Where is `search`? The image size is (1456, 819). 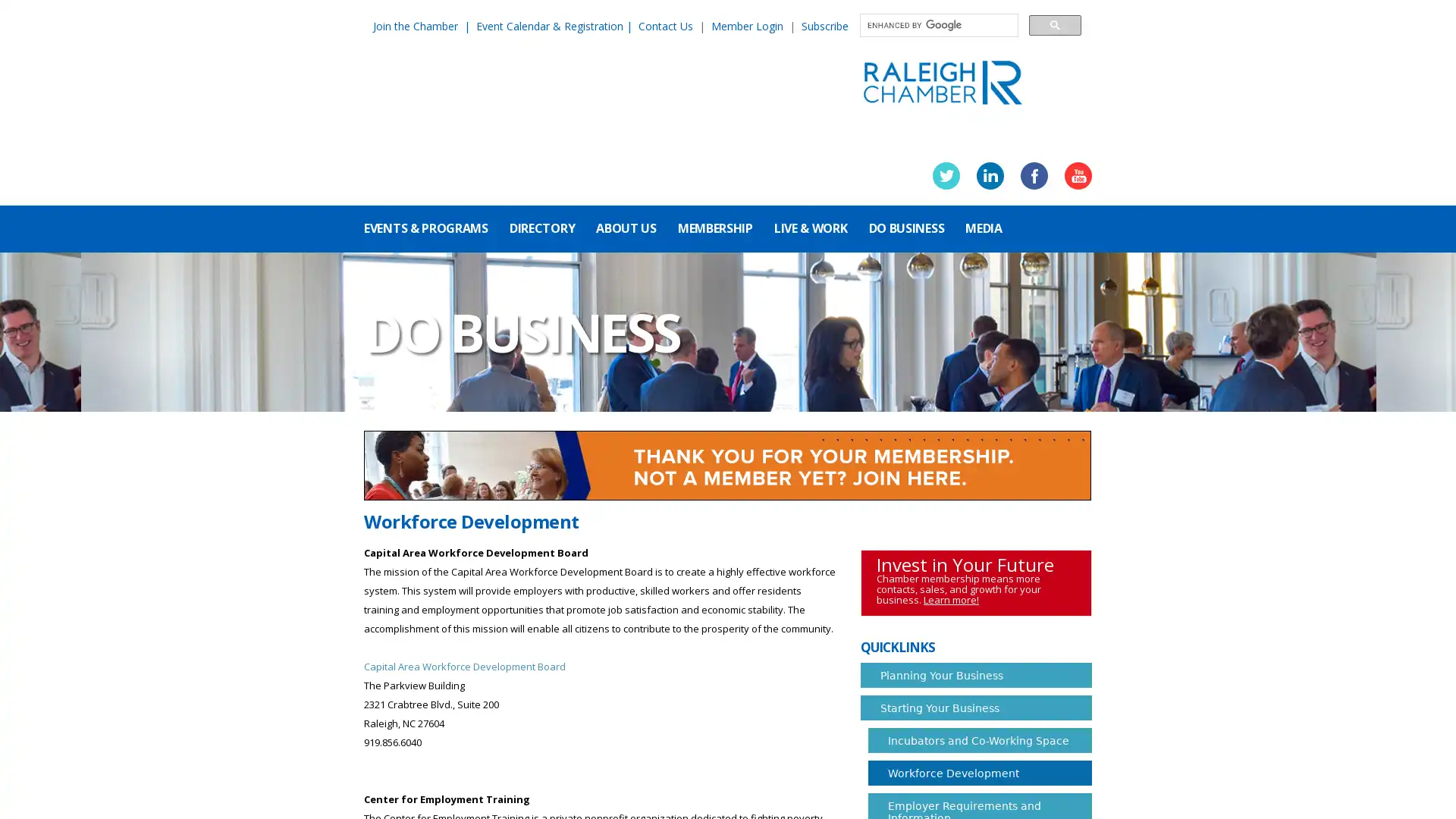 search is located at coordinates (1054, 24).